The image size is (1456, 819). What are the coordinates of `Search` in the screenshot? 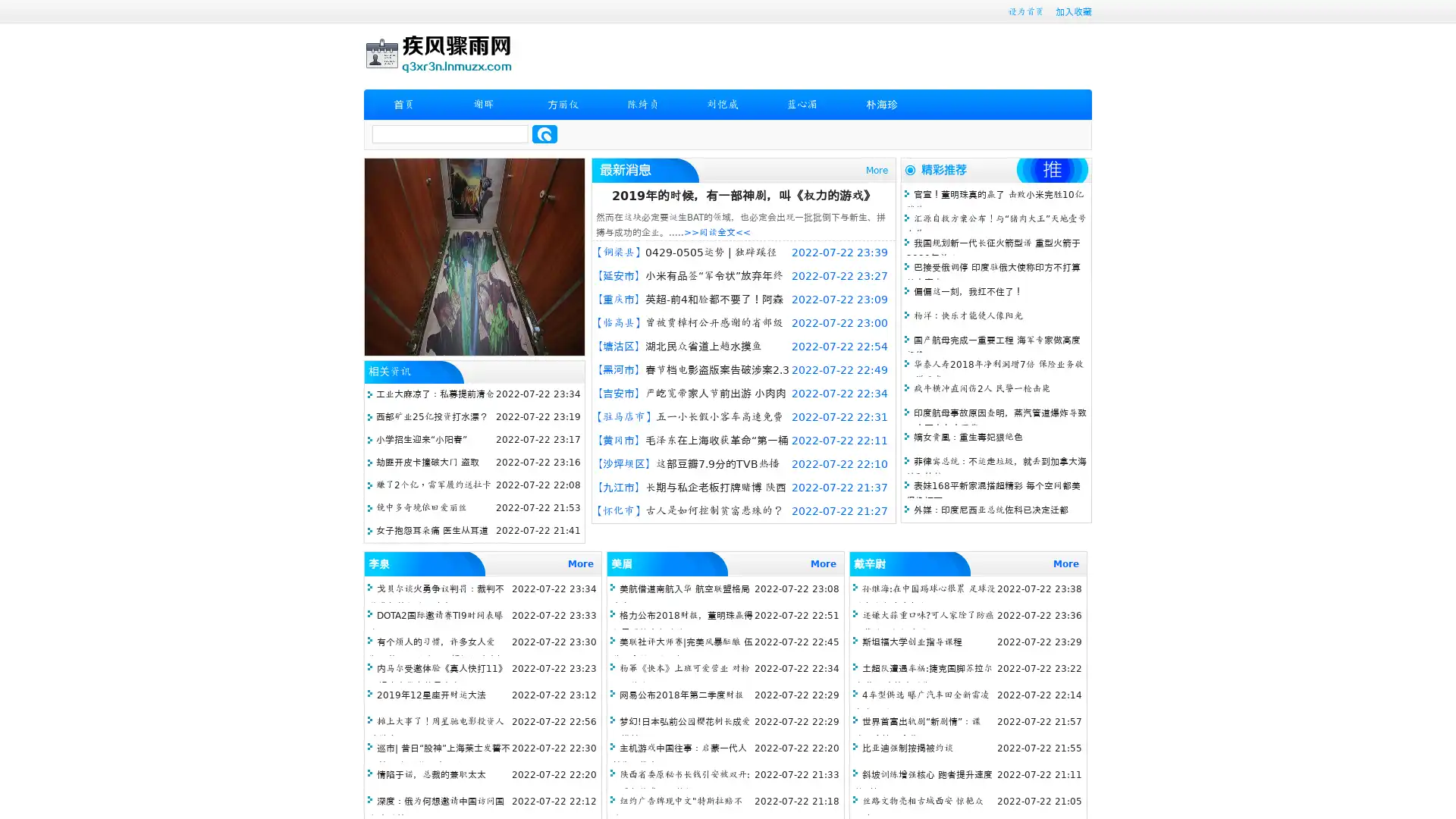 It's located at (544, 133).